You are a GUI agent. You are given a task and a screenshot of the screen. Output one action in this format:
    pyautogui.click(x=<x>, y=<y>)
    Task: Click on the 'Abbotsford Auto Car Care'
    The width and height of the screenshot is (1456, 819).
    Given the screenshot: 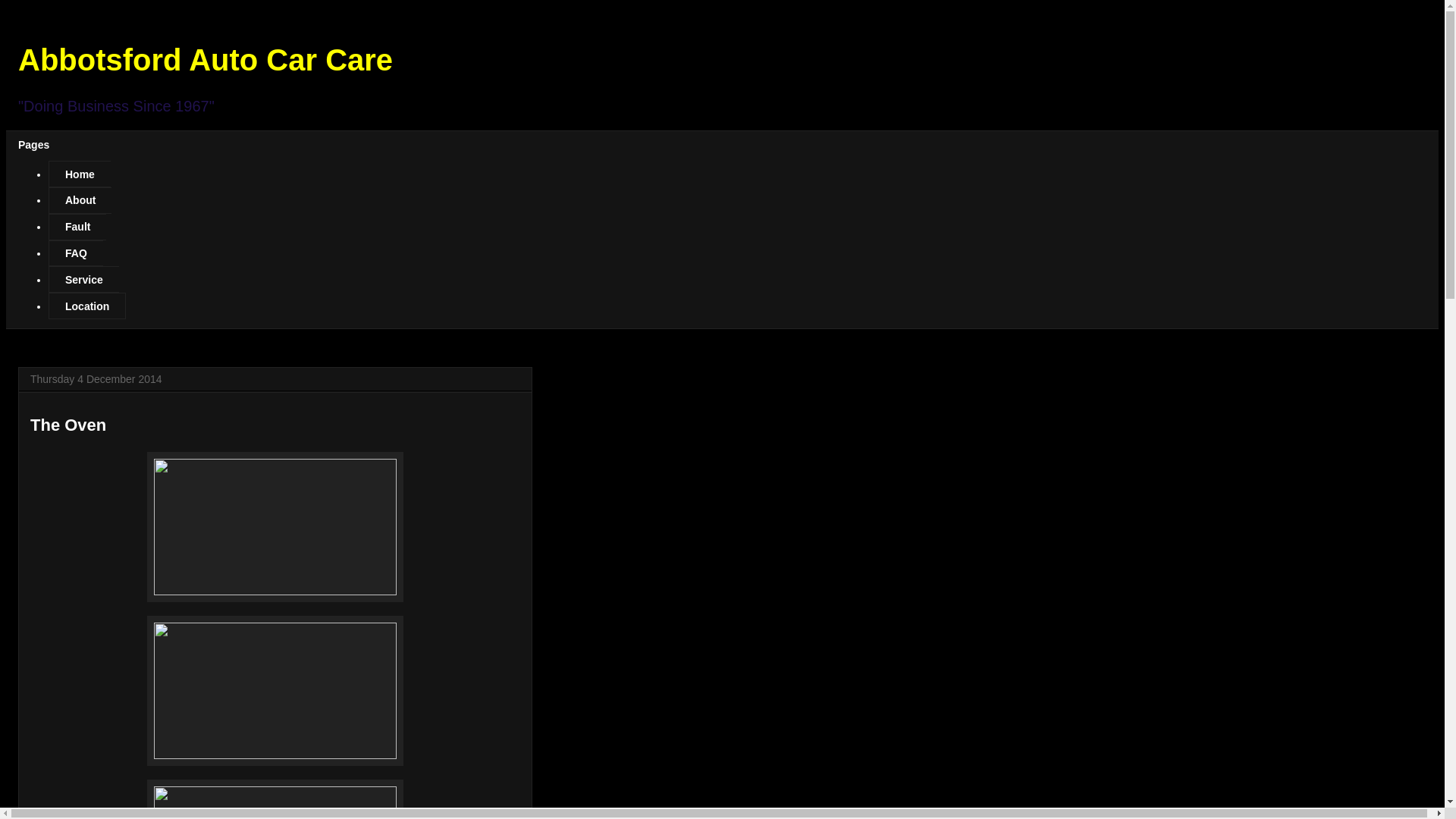 What is the action you would take?
    pyautogui.click(x=204, y=58)
    